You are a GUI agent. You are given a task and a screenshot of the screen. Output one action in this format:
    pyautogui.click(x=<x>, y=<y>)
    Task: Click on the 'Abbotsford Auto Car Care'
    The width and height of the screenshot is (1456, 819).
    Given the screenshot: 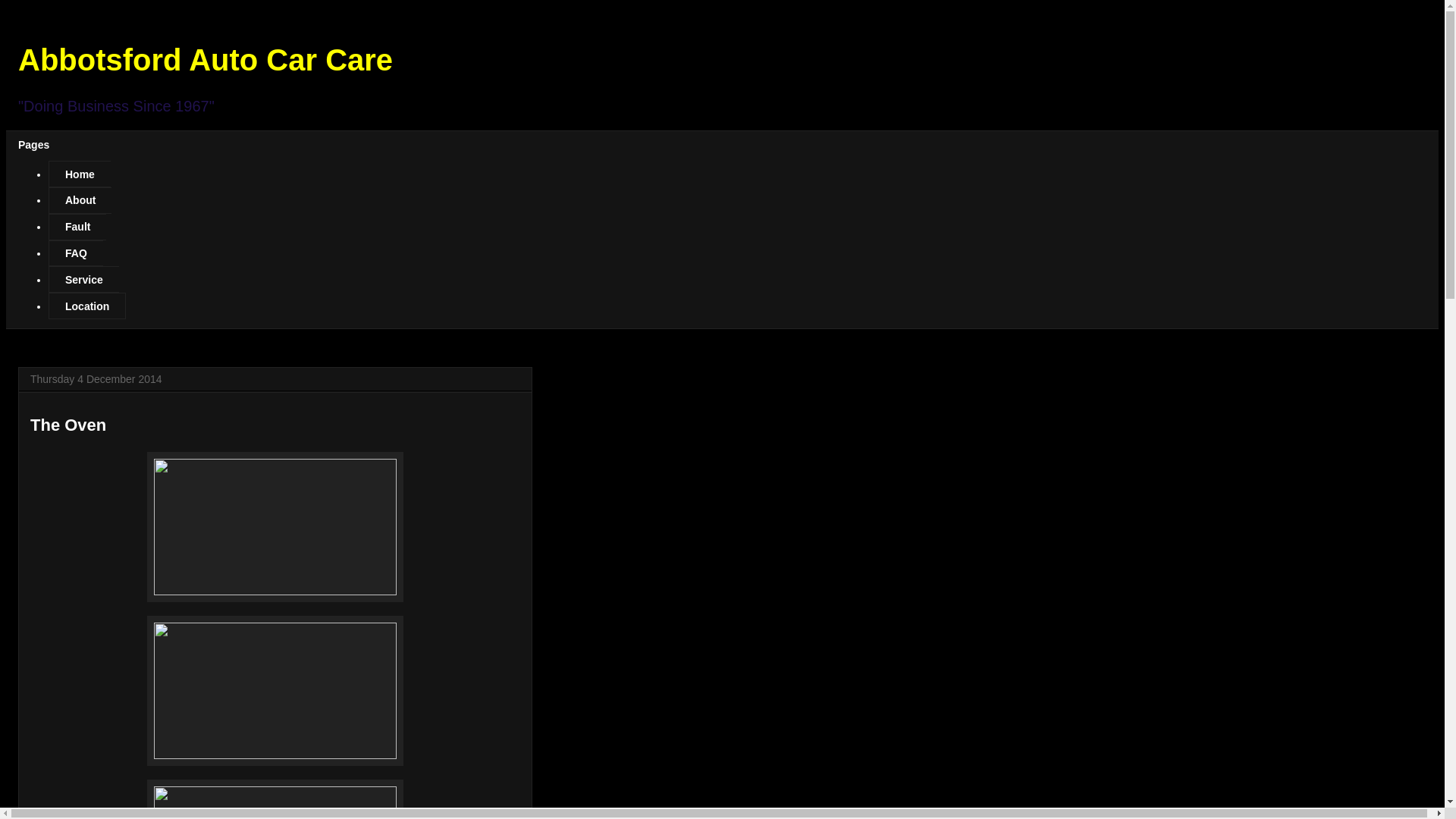 What is the action you would take?
    pyautogui.click(x=204, y=58)
    